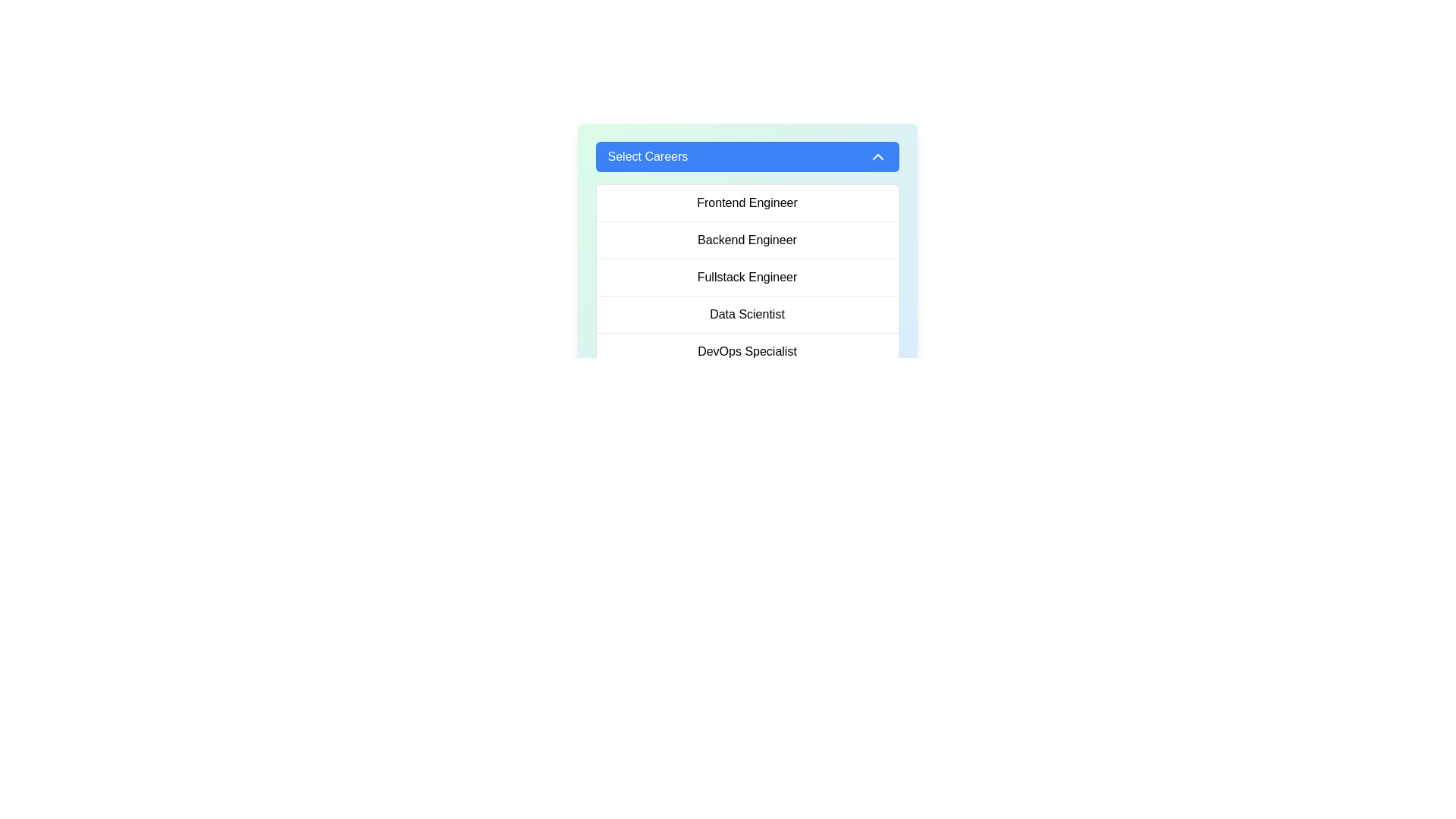 This screenshot has width=1456, height=819. What do you see at coordinates (747, 351) in the screenshot?
I see `the list item labeled 'DevOps Specialist'` at bounding box center [747, 351].